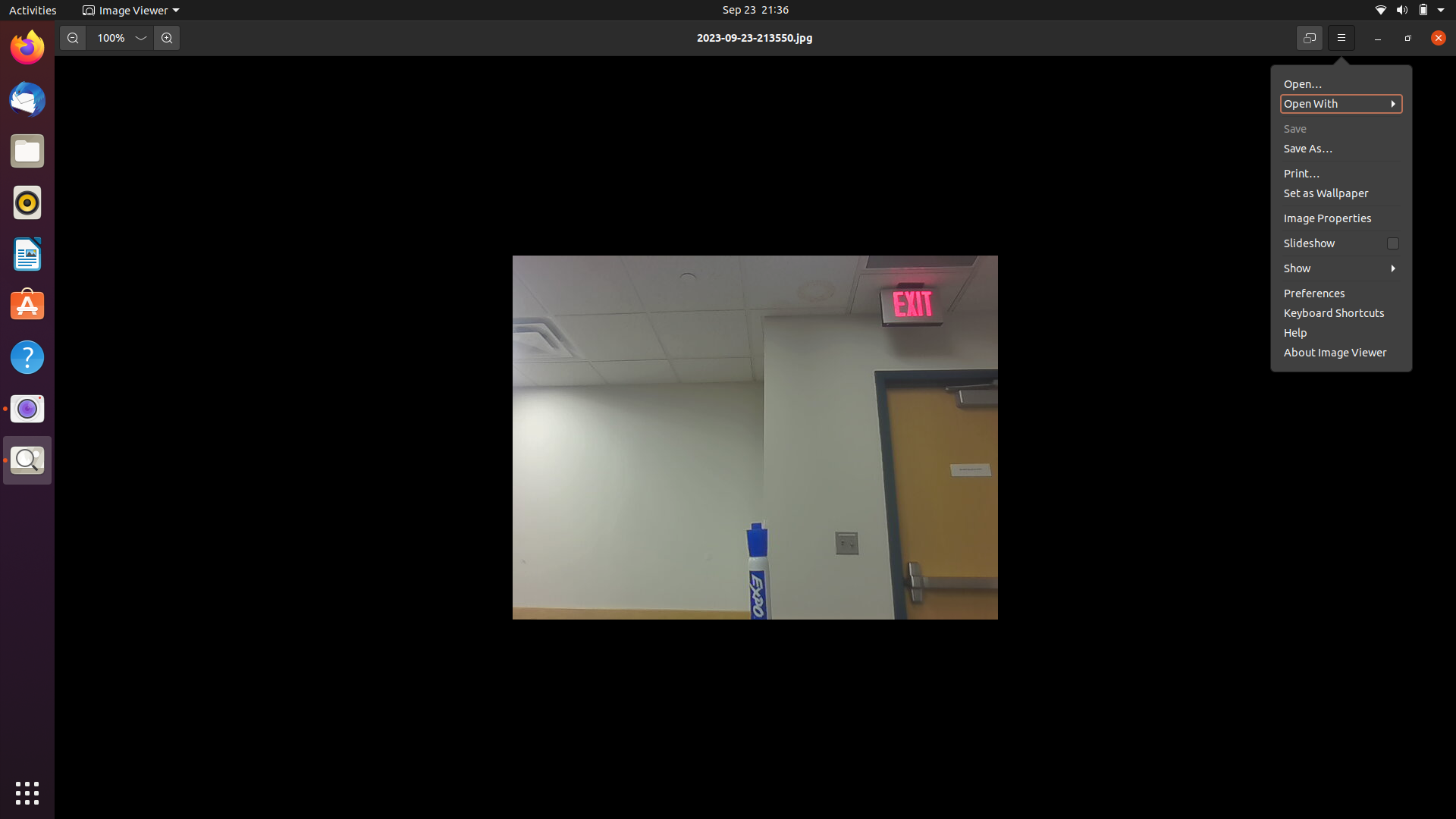 The image size is (1456, 819). I want to click on Zoom out the image twice, so click(71, 37).